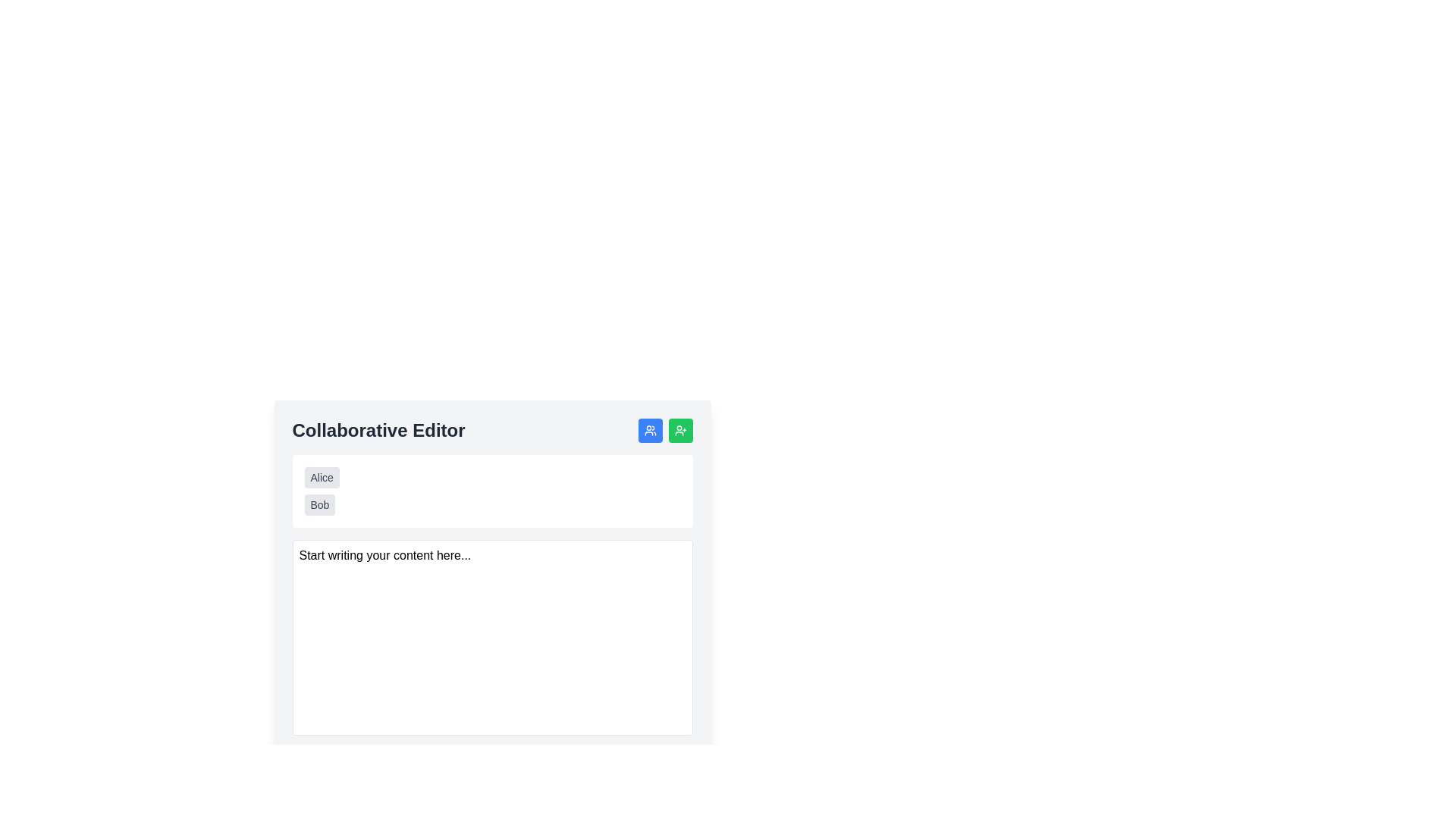 This screenshot has width=1456, height=819. Describe the element at coordinates (679, 430) in the screenshot. I see `the small green button with a white user icon and plus sign located at the top-right corner of the editor section` at that location.